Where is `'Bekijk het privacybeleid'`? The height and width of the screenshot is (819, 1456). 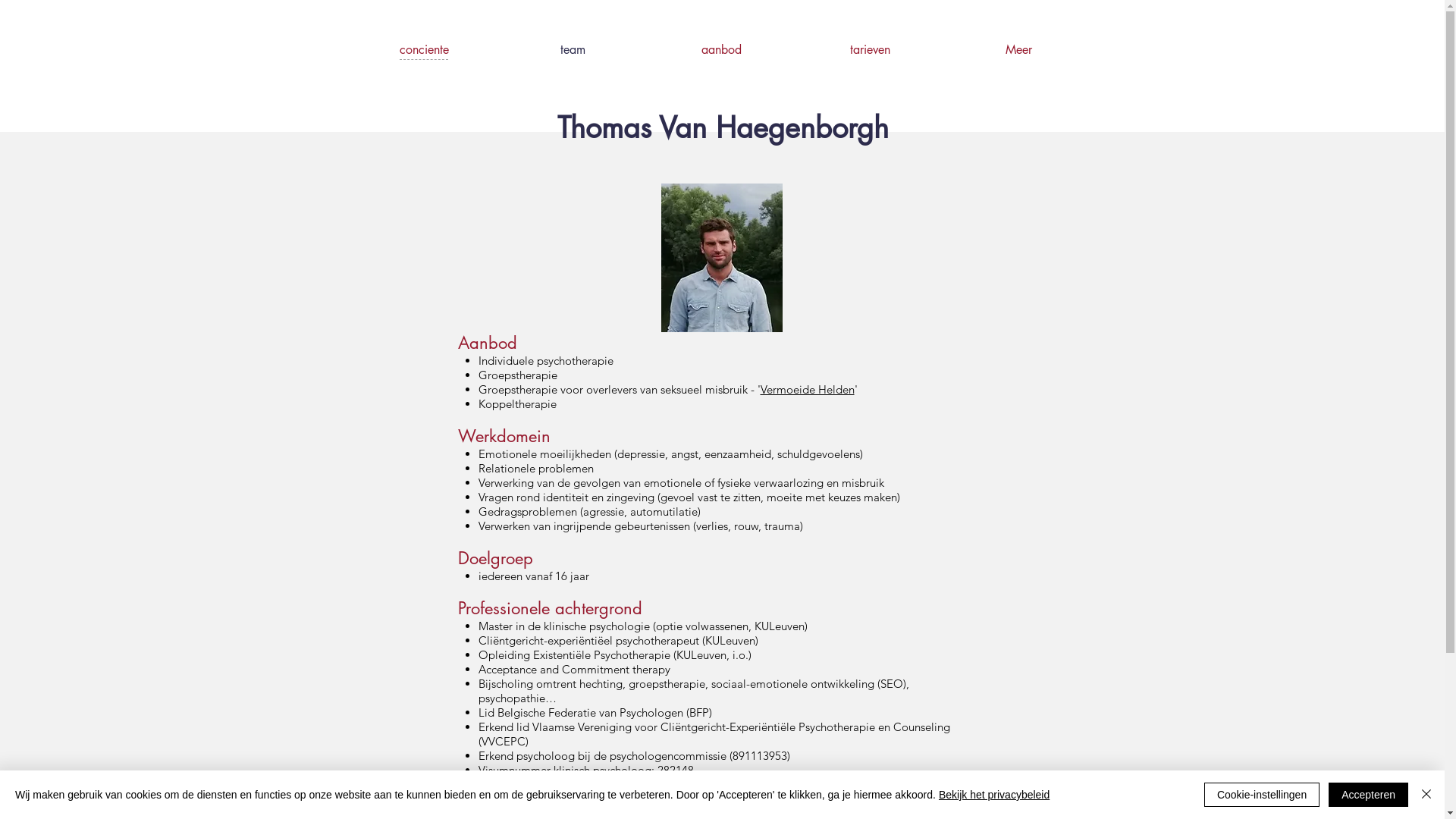
'Bekijk het privacybeleid' is located at coordinates (993, 794).